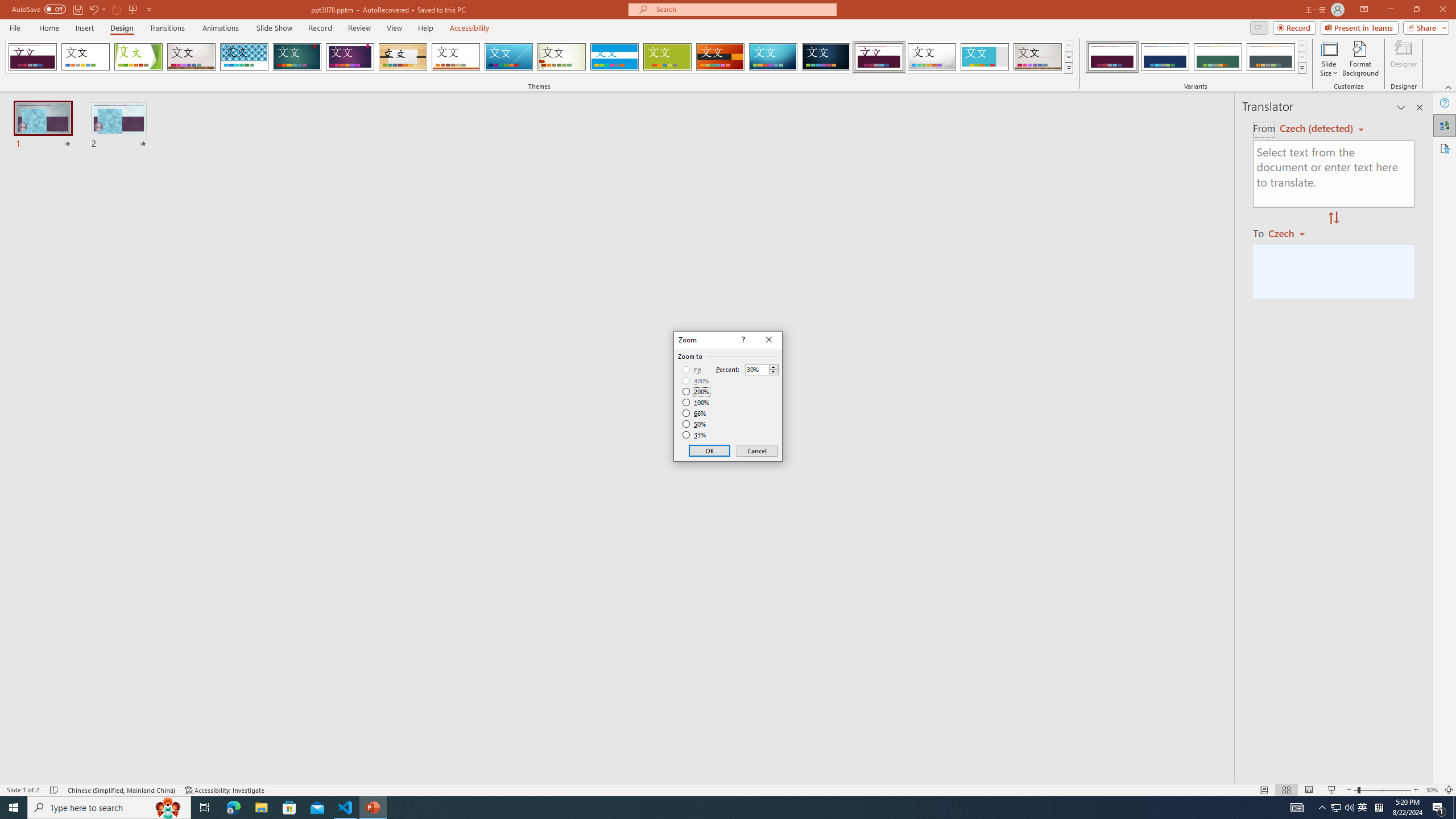 The height and width of the screenshot is (819, 1456). I want to click on 'Czech', so click(1291, 233).